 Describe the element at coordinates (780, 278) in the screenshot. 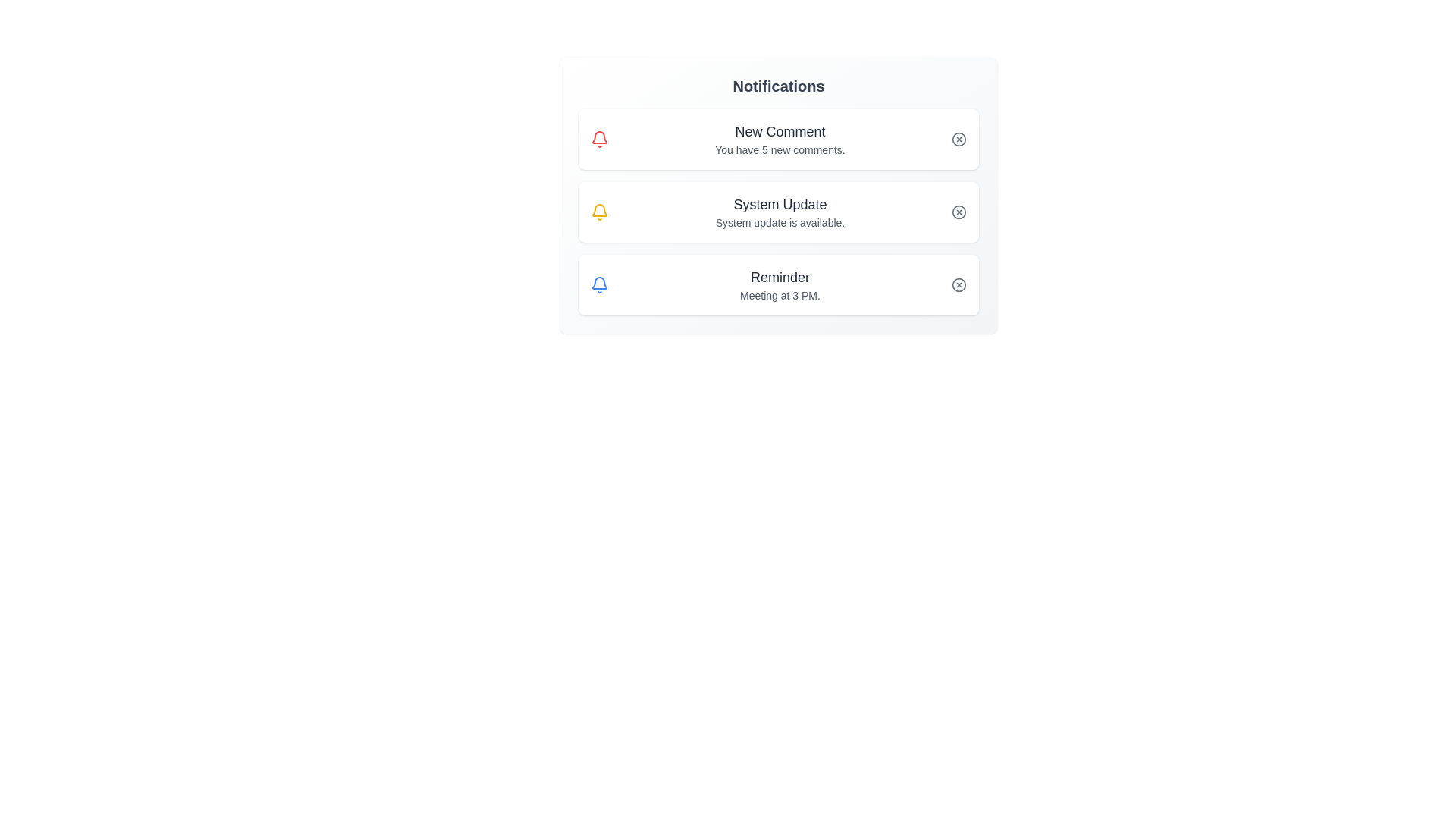

I see `the 'Reminder' text label displayed in bold, medium-sized dark gray font at the top of the third notification box, above the text 'Meeting at 3 PM.'` at that location.